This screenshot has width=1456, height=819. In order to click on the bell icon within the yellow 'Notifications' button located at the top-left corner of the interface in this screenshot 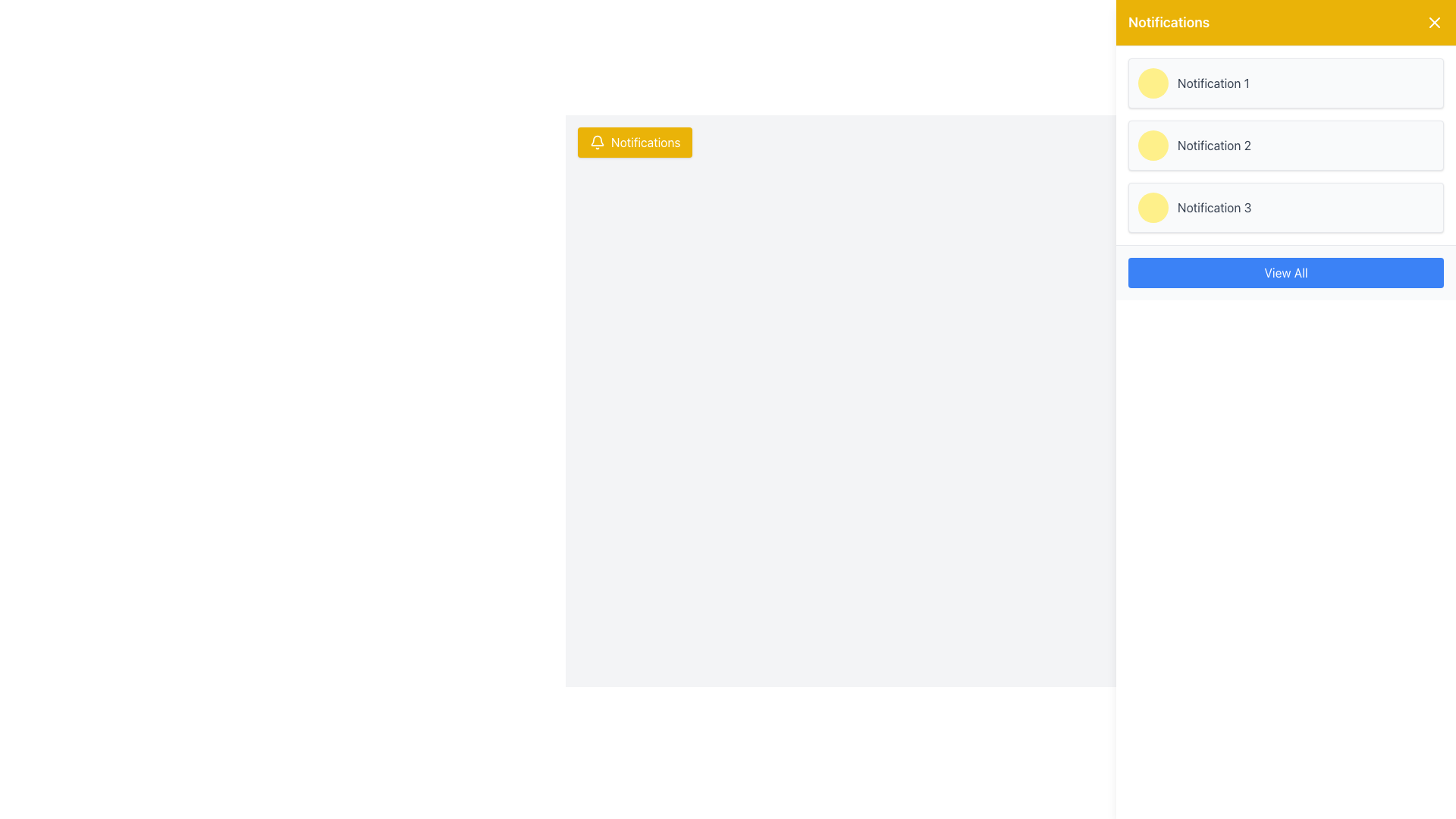, I will do `click(596, 143)`.